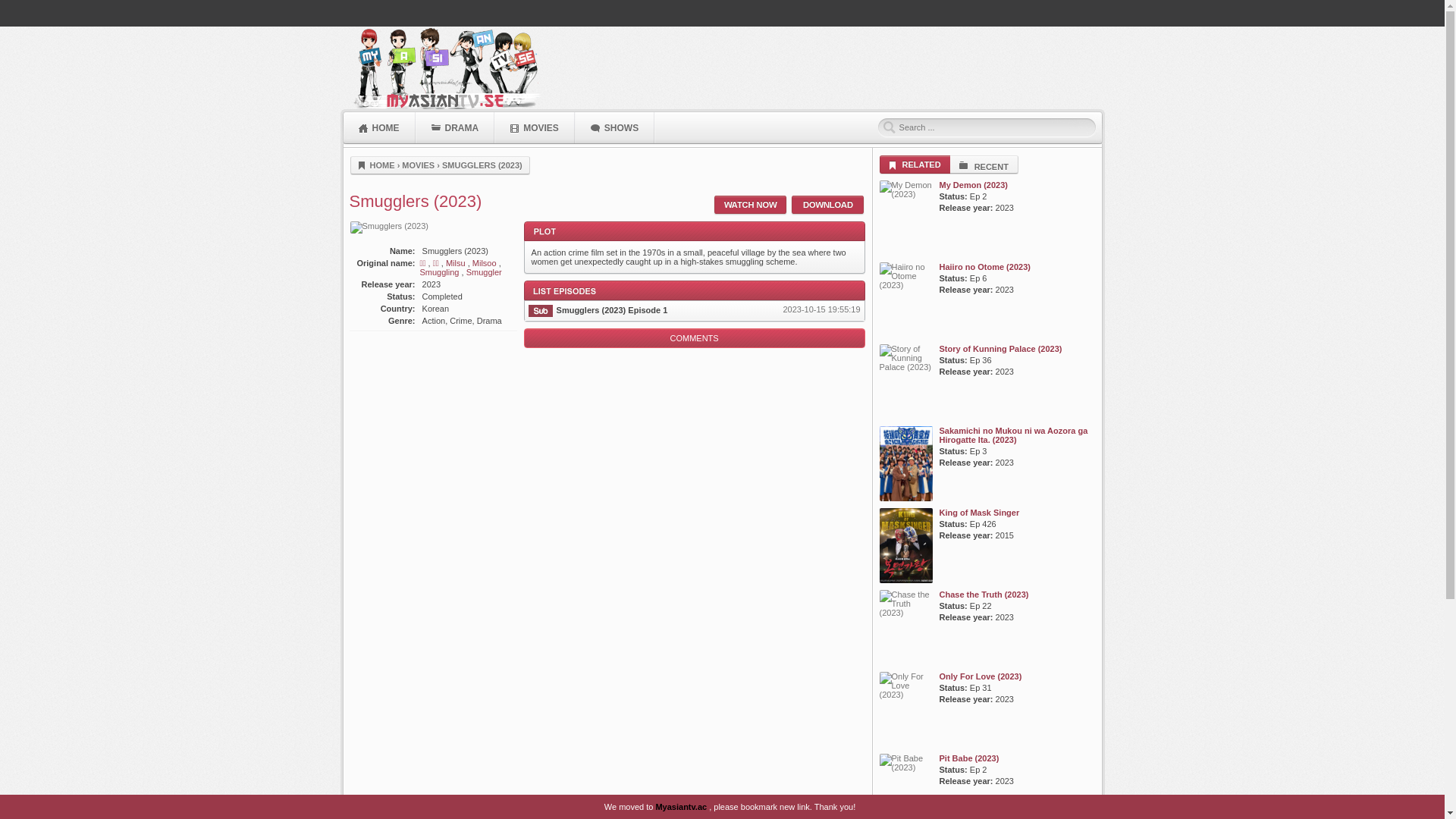  I want to click on 'Story of Kunning Palace (2023)', so click(1000, 348).